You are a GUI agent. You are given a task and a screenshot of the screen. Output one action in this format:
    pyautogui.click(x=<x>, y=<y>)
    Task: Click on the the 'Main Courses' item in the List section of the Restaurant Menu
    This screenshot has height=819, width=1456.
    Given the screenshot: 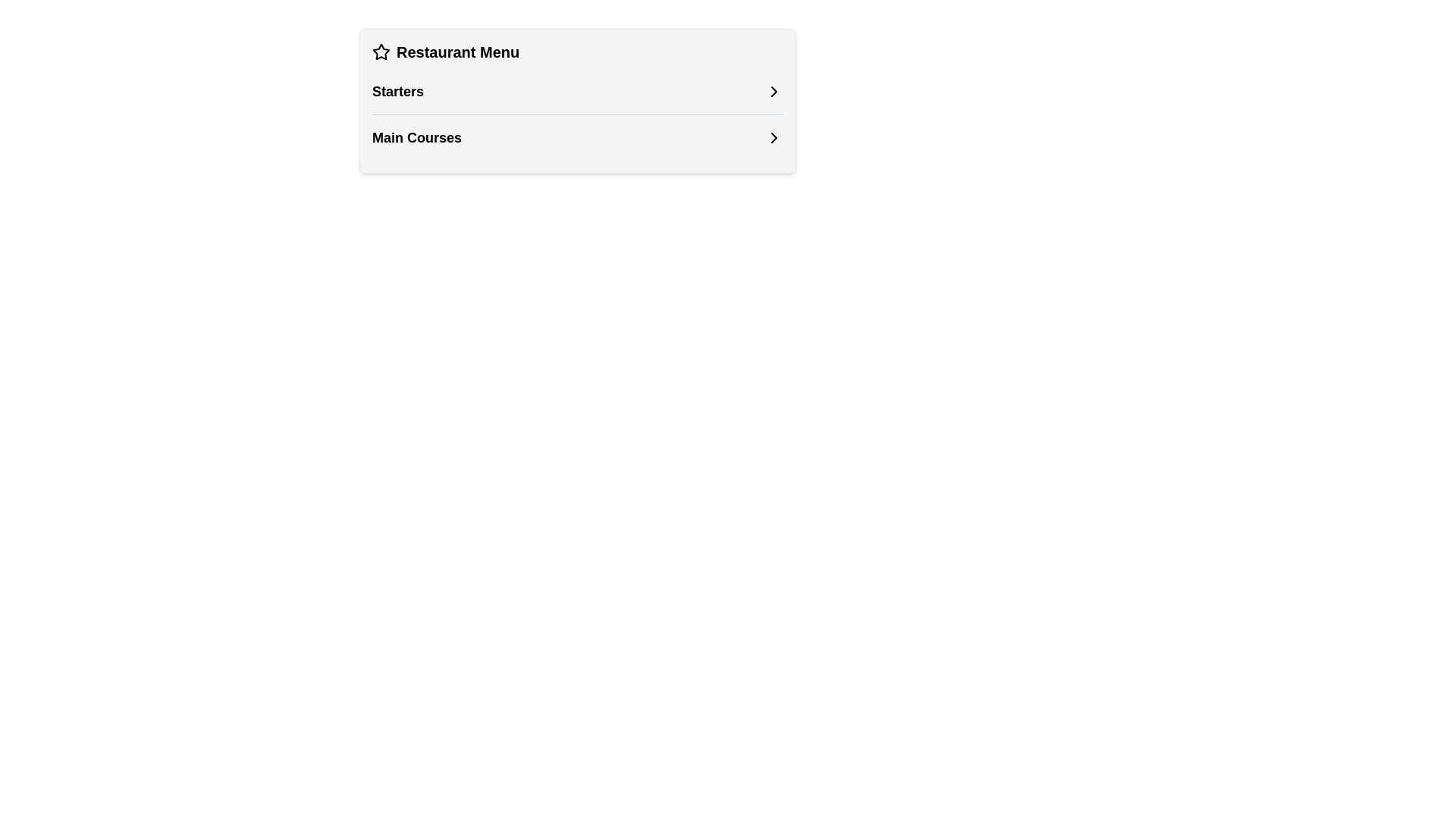 What is the action you would take?
    pyautogui.click(x=577, y=113)
    